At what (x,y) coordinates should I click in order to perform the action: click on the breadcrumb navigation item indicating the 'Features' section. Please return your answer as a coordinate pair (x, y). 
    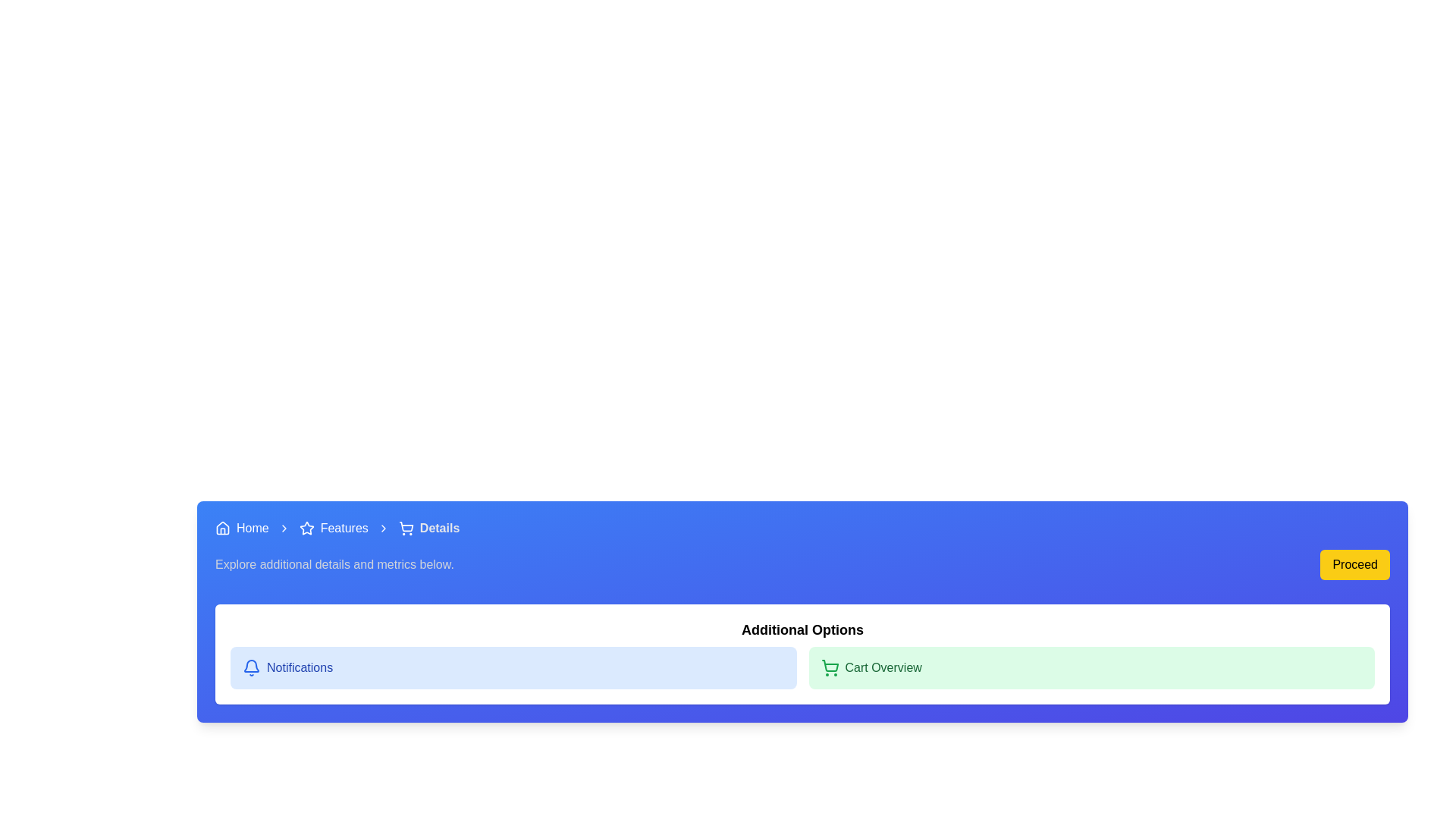
    Looking at the image, I should click on (333, 528).